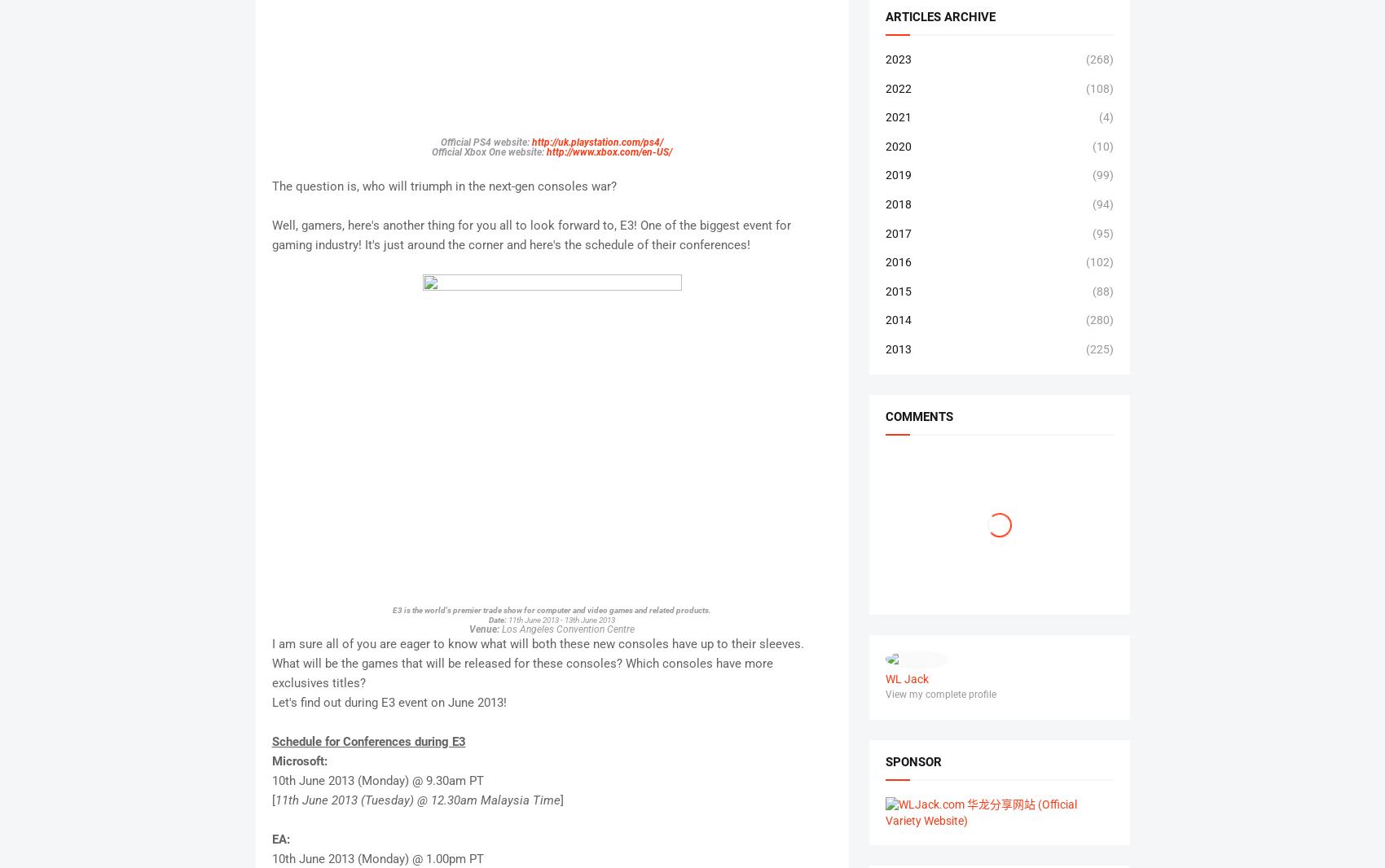 The width and height of the screenshot is (1385, 868). I want to click on 'Venue:', so click(485, 627).